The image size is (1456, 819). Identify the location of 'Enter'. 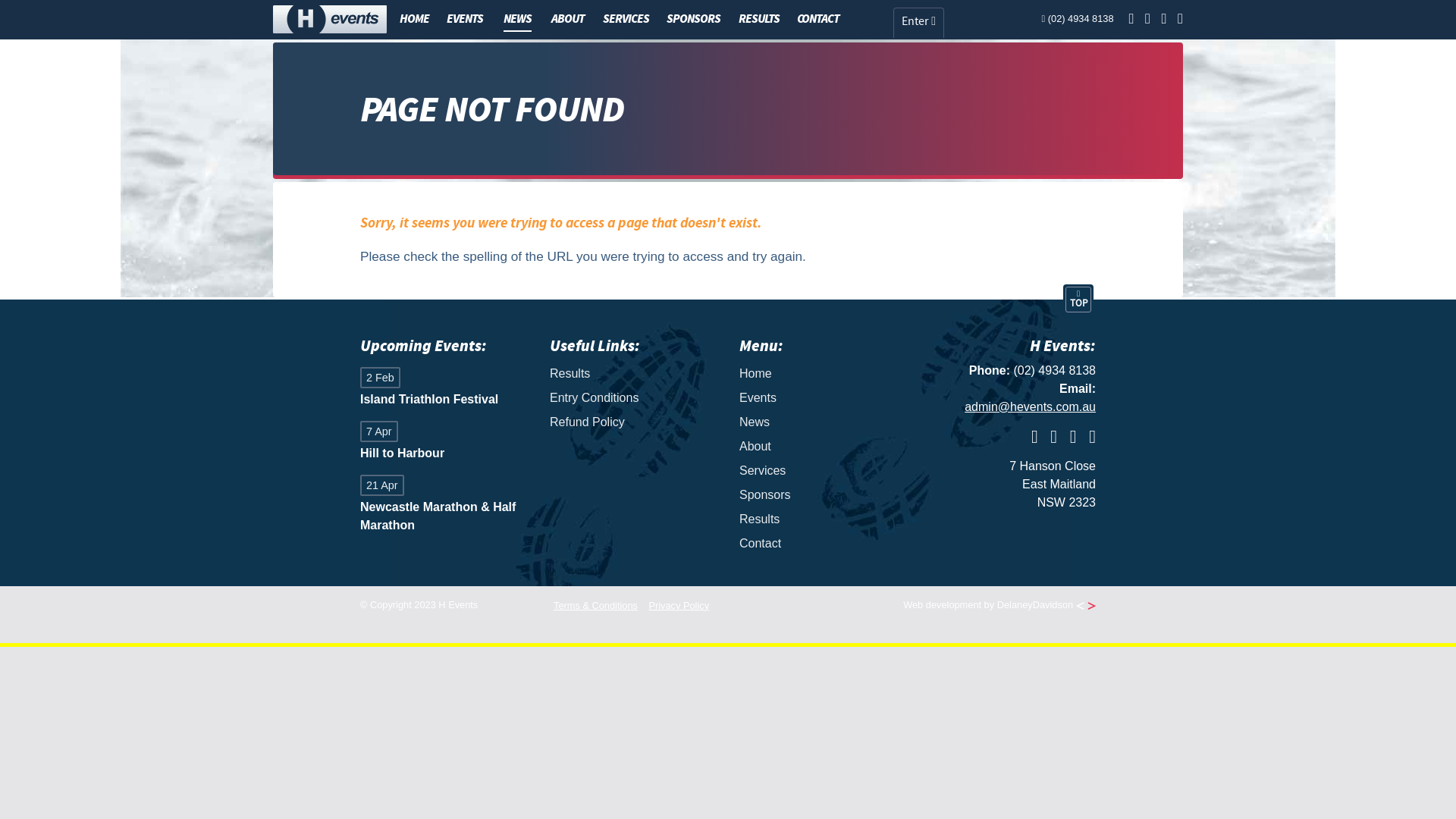
(893, 23).